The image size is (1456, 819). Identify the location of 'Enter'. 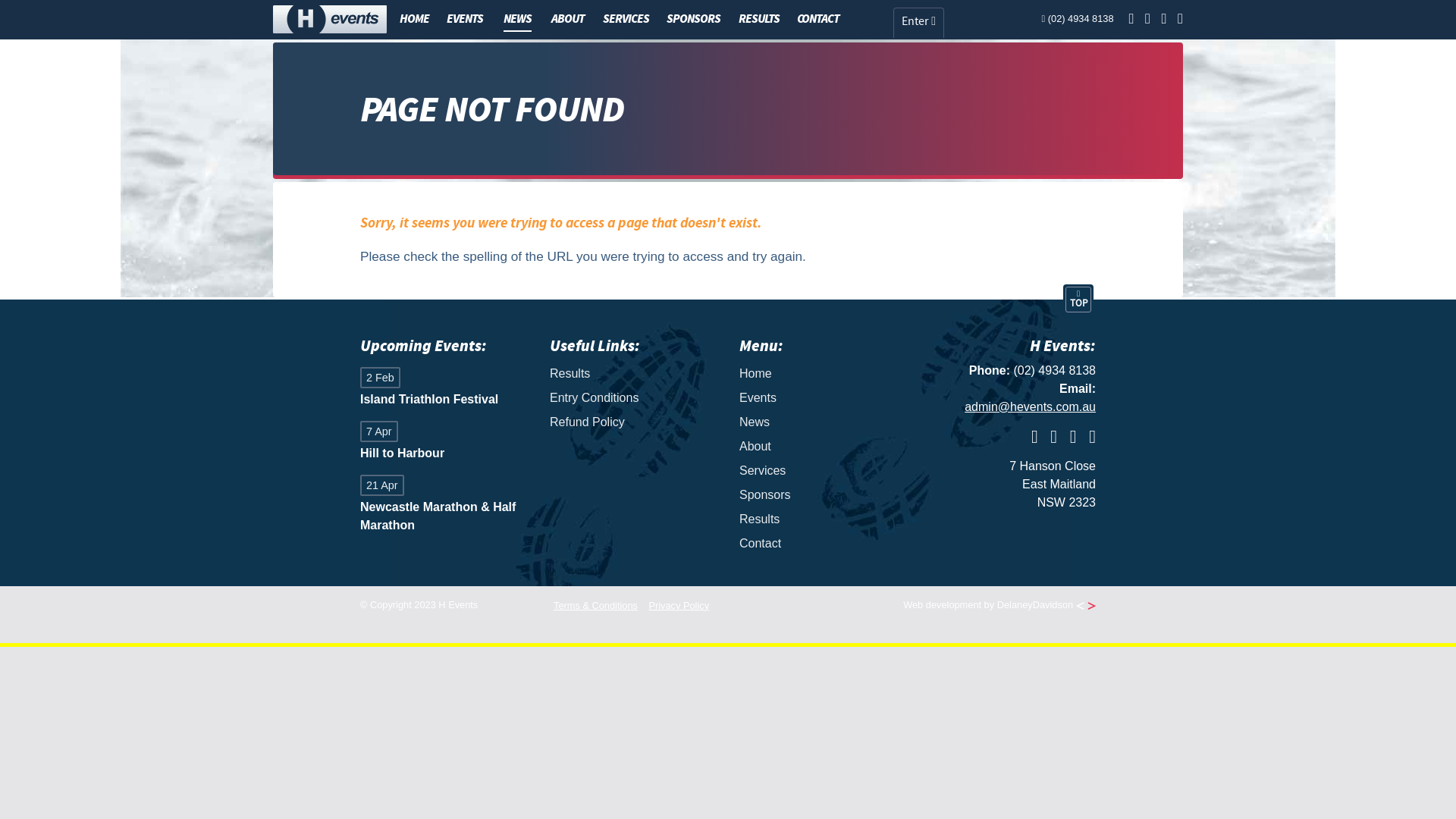
(893, 23).